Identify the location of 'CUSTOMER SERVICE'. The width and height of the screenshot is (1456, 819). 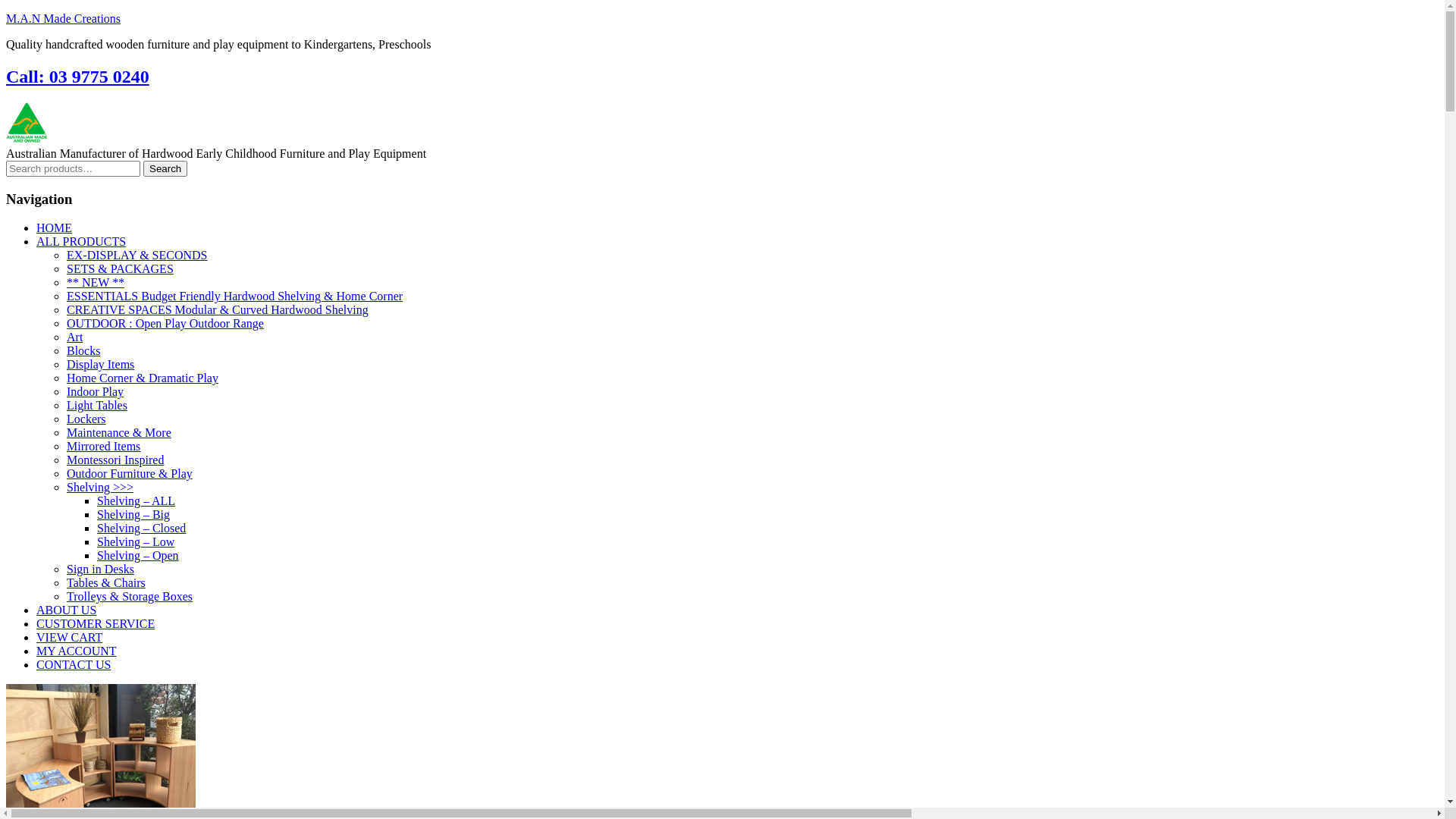
(94, 623).